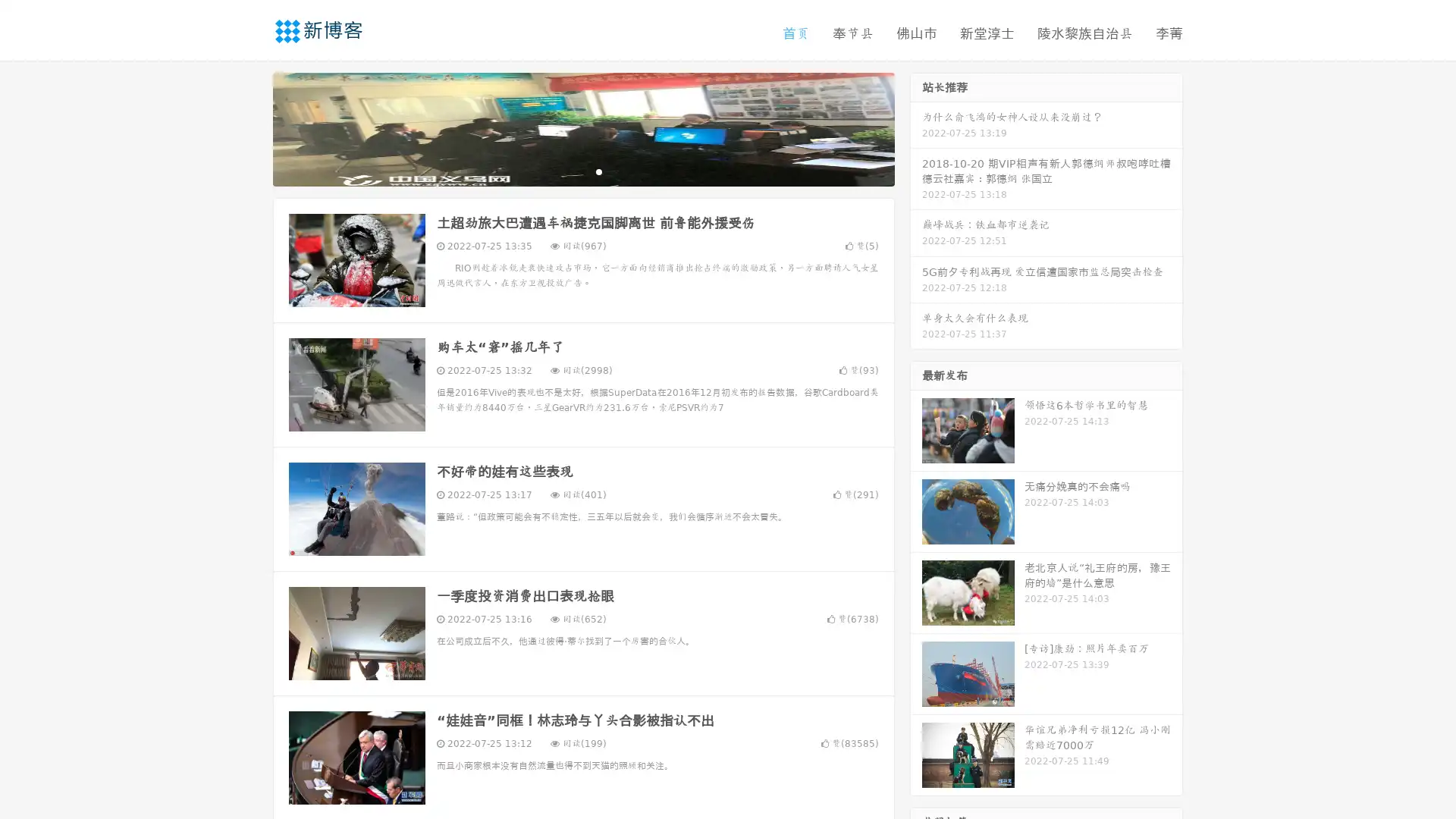 The height and width of the screenshot is (819, 1456). Describe the element at coordinates (567, 171) in the screenshot. I see `Go to slide 1` at that location.